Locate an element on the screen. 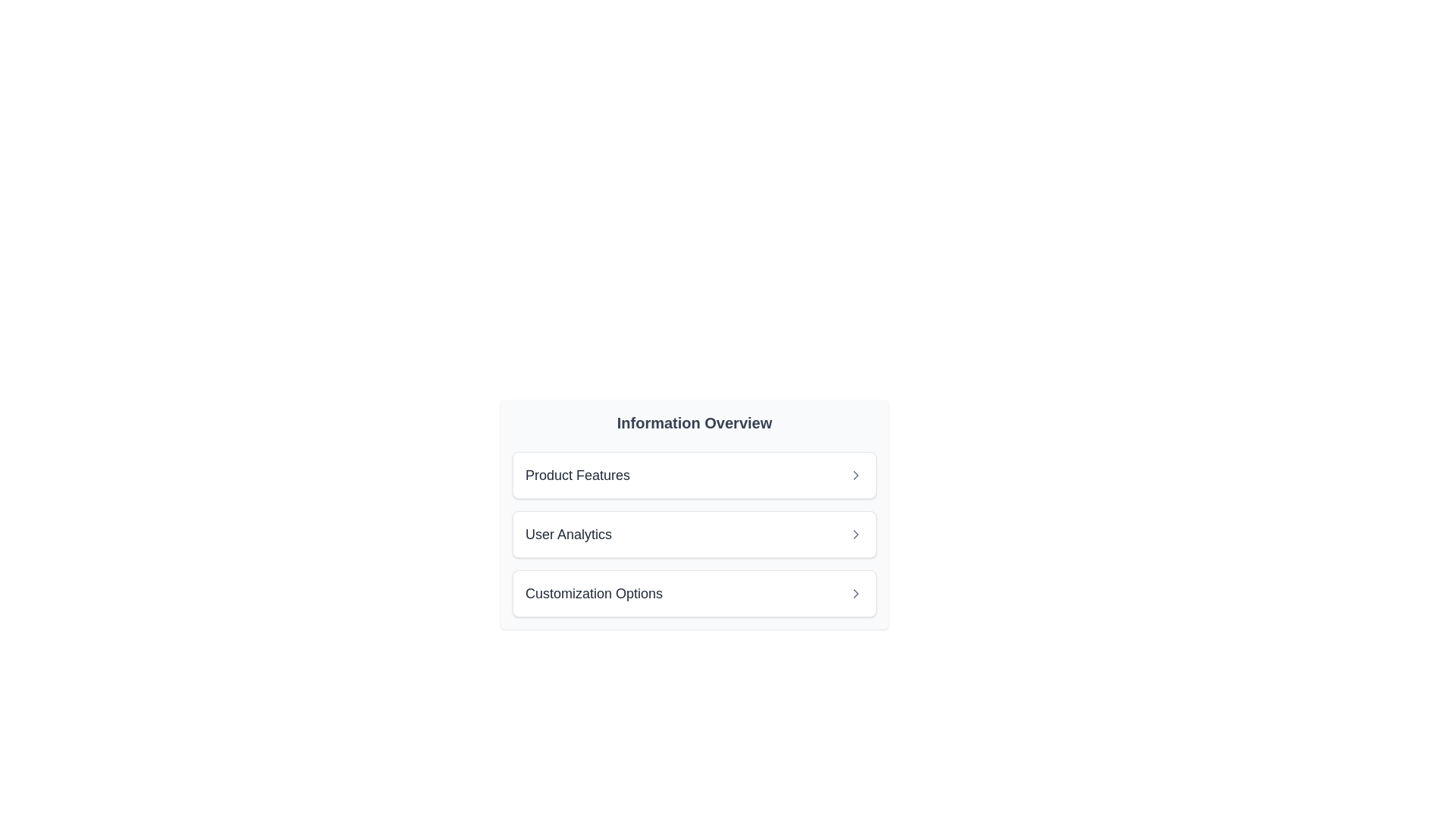 The width and height of the screenshot is (1456, 819). the right-facing chevron icon located at the far-right end of the 'Customization Options' section is located at coordinates (855, 593).